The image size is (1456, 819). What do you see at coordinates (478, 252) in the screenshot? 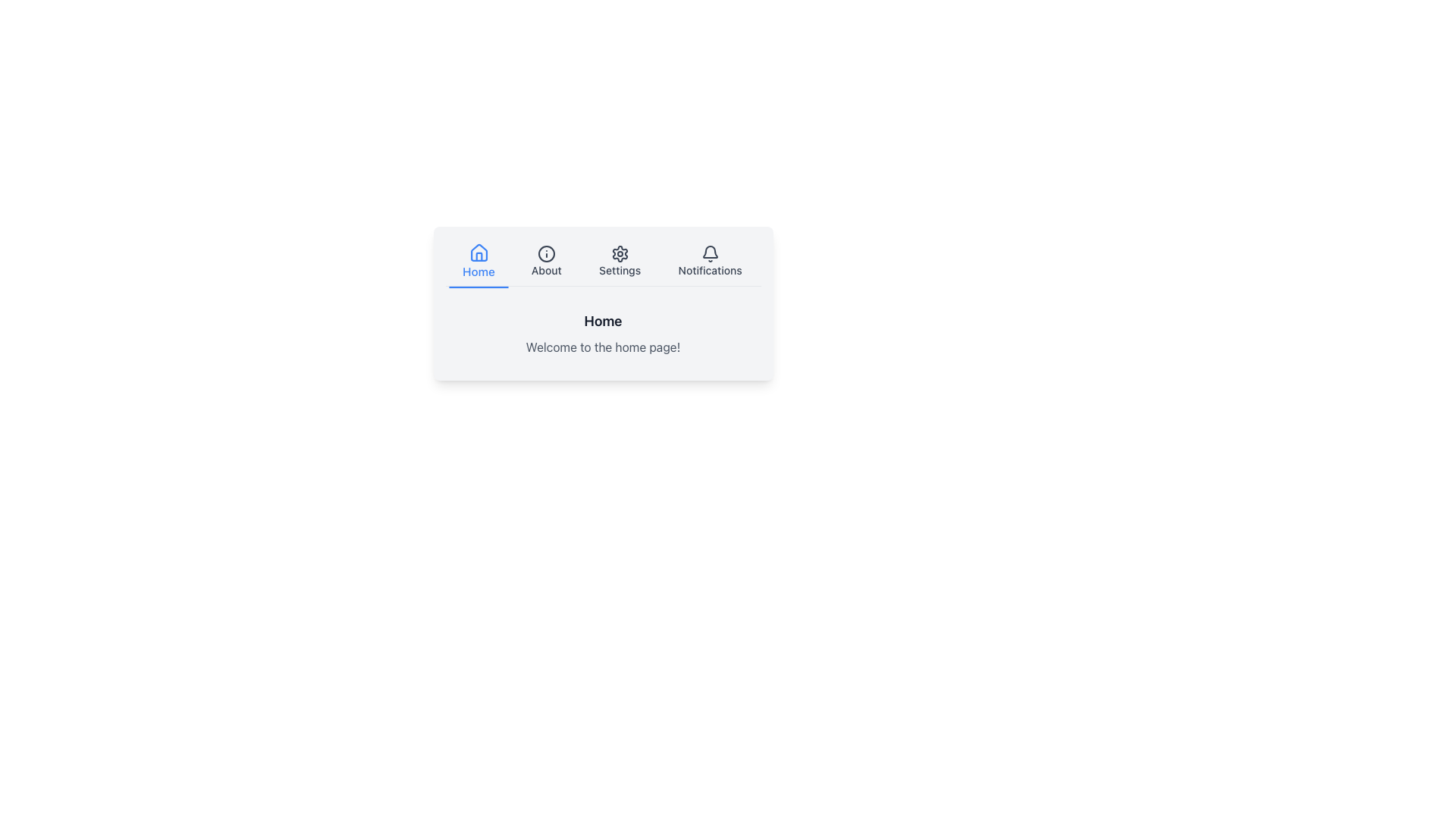
I see `the 'Home' button icon in the navigation menu, which visually represents the concept of 'Home'` at bounding box center [478, 252].